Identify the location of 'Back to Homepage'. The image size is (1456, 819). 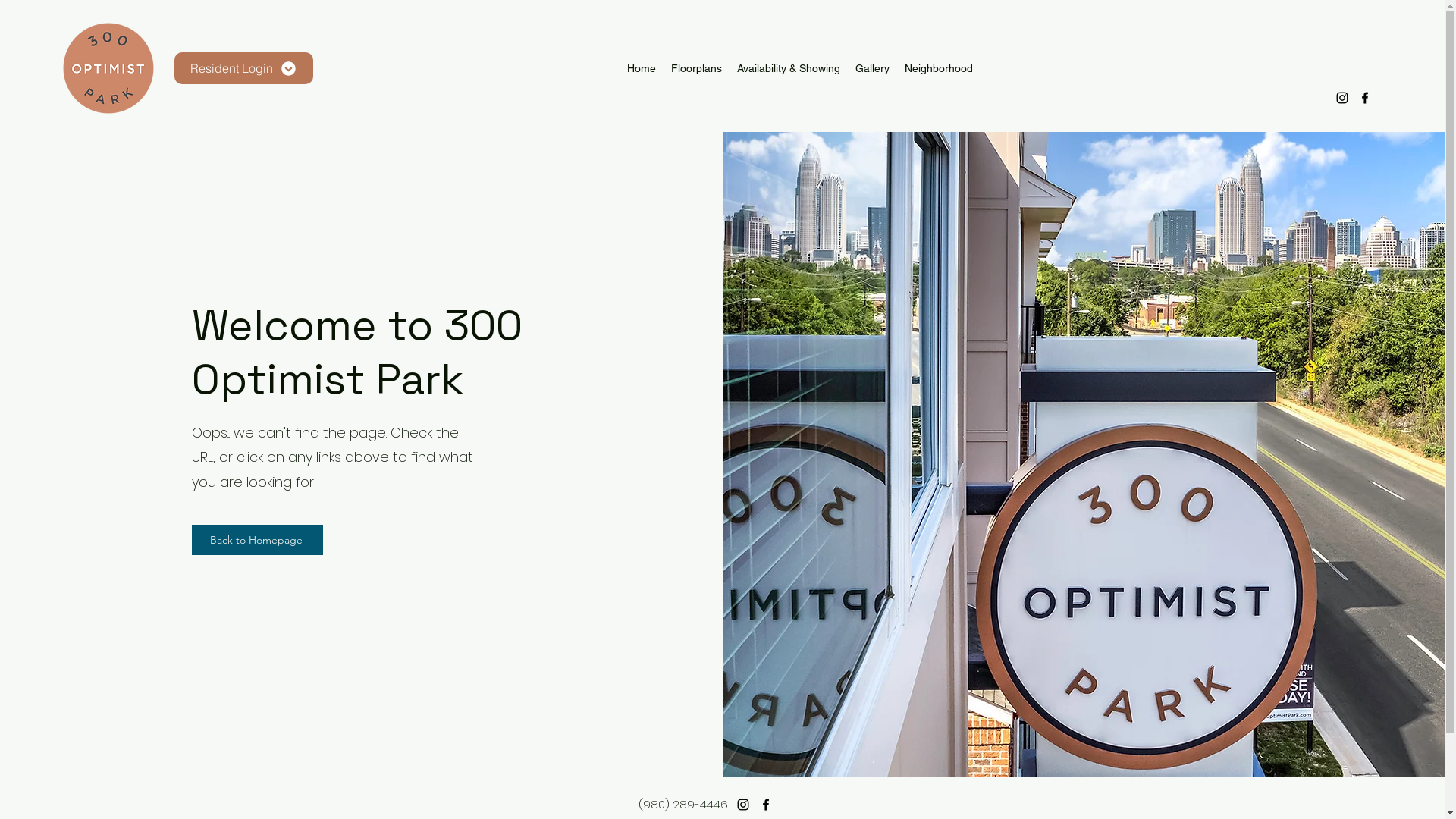
(257, 539).